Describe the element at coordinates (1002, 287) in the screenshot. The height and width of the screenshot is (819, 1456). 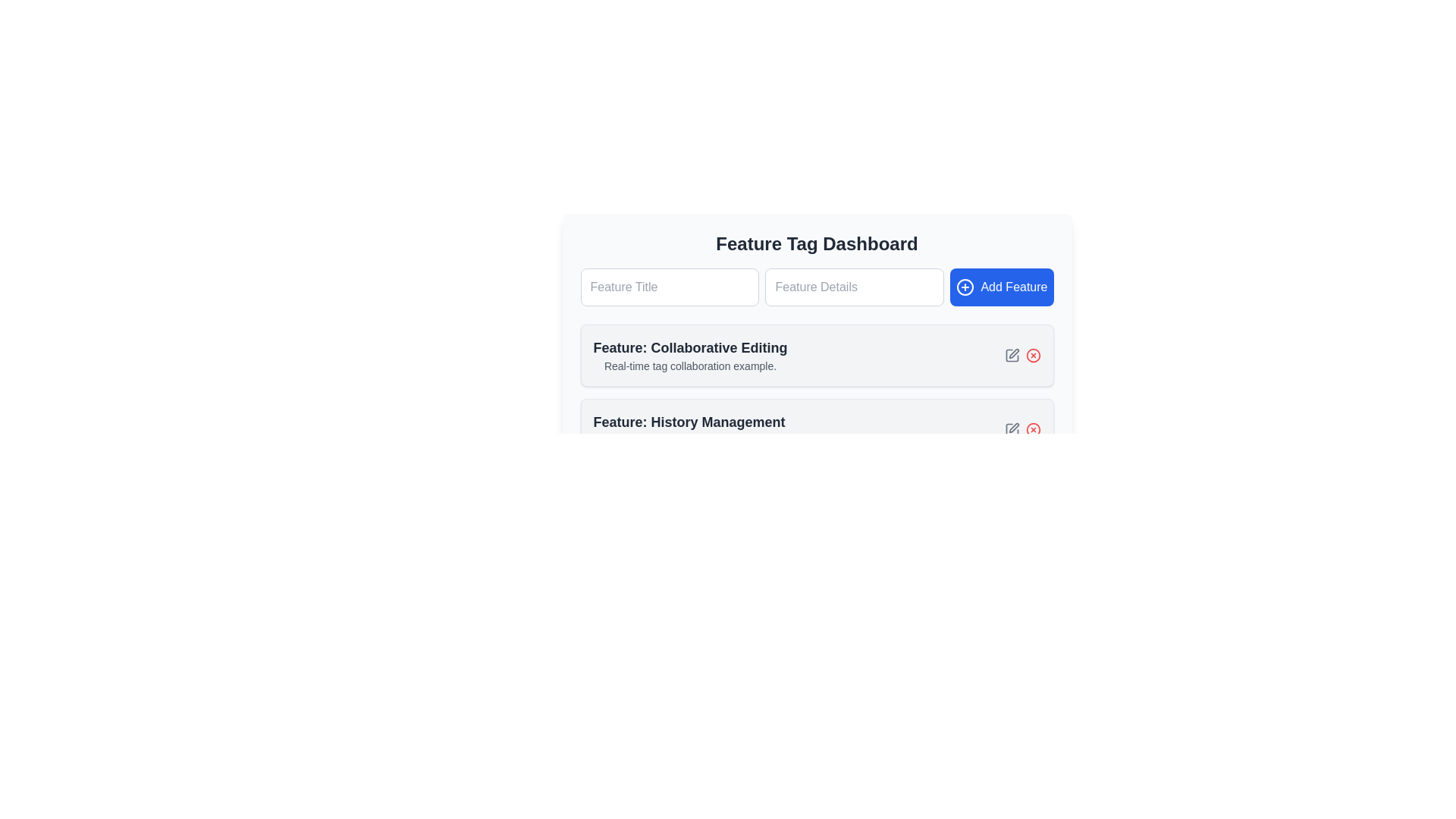
I see `the 'Add Feature' button, which has a vibrant blue background, rounded corners, and a circular icon with a plus sign on its left side` at that location.